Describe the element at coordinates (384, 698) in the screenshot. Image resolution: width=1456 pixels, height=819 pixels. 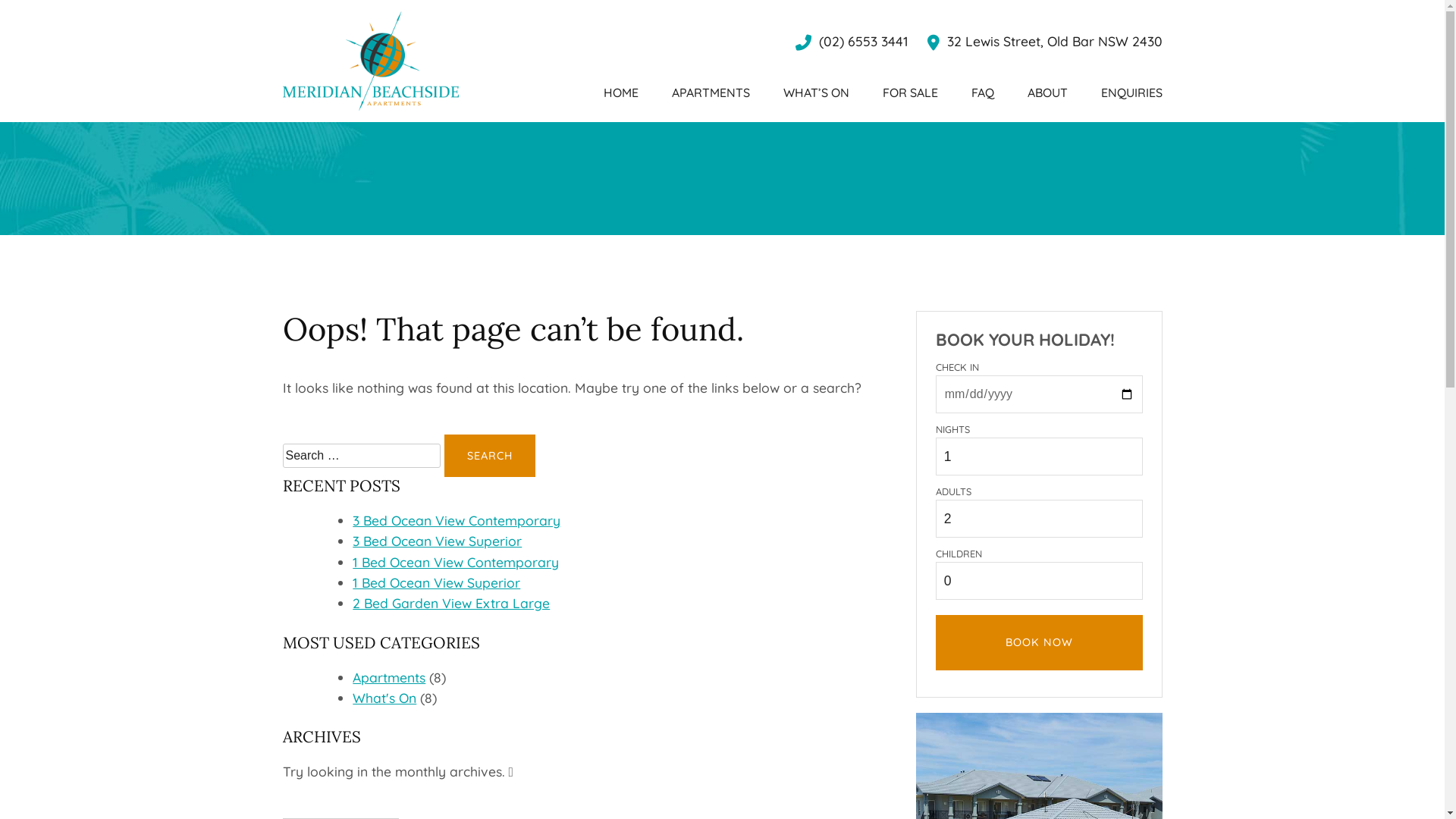
I see `'What's On'` at that location.